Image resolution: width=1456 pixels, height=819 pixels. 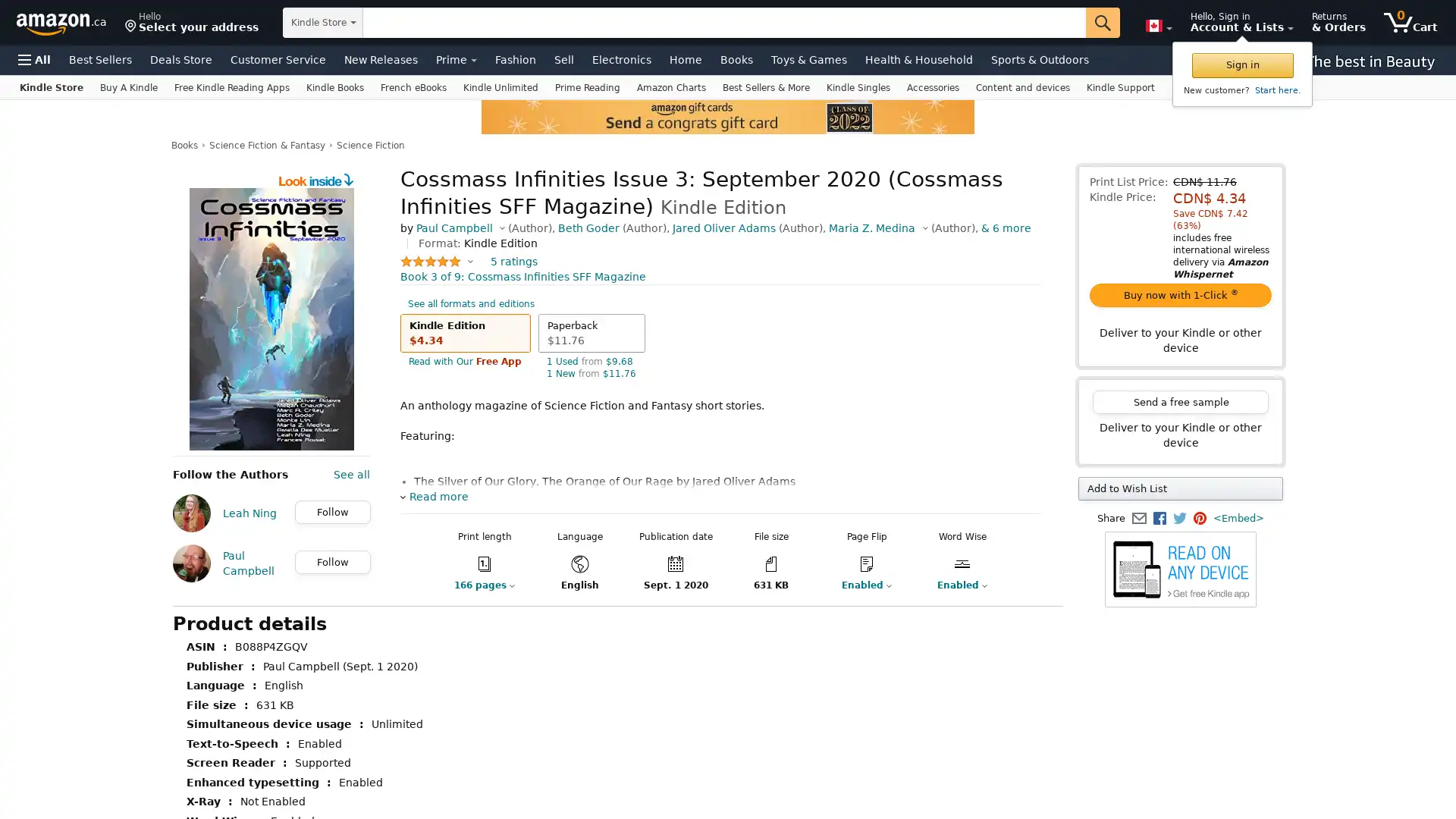 What do you see at coordinates (866, 584) in the screenshot?
I see `Enabled` at bounding box center [866, 584].